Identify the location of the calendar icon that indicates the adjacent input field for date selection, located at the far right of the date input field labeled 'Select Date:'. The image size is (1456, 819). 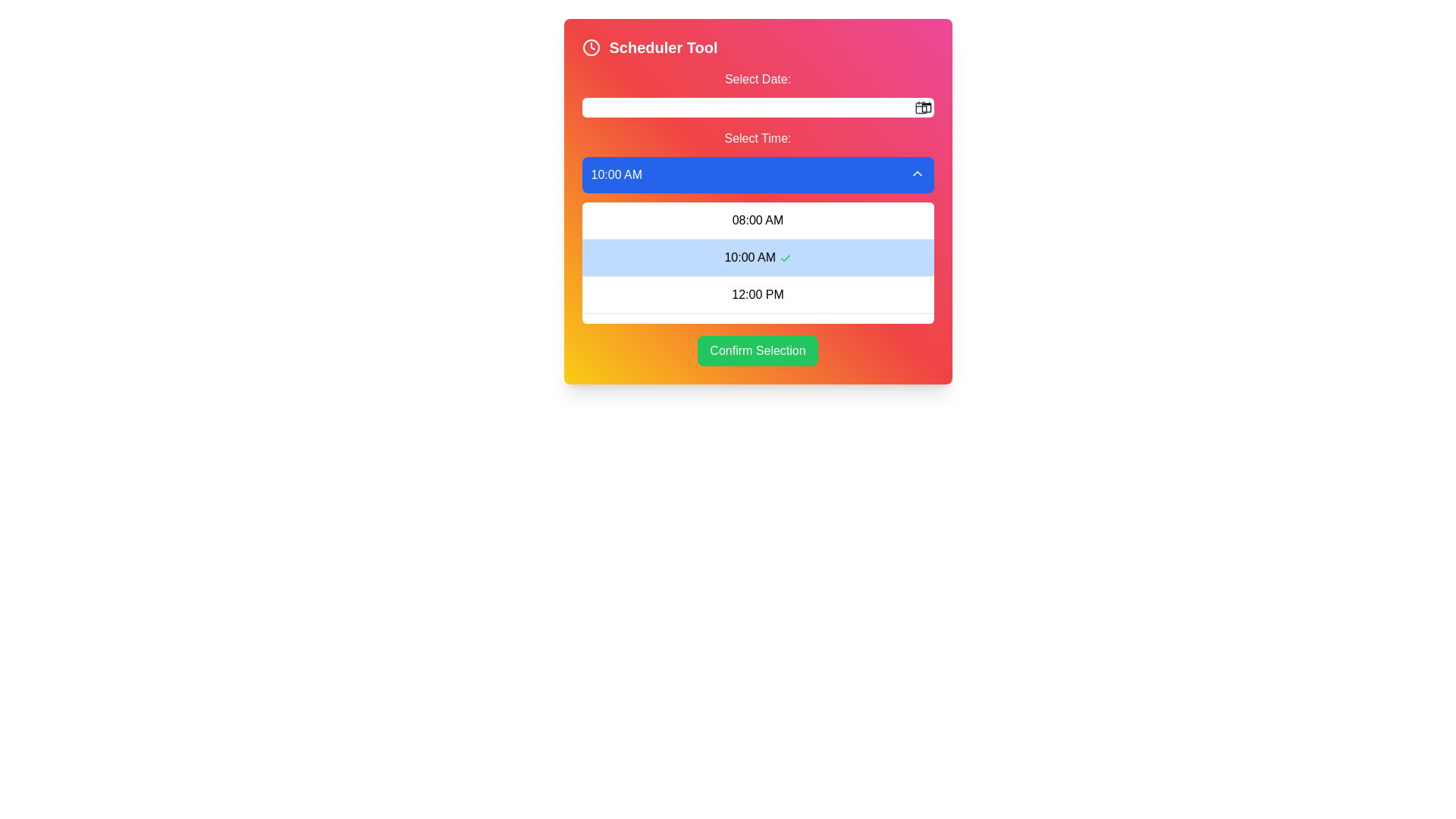
(920, 107).